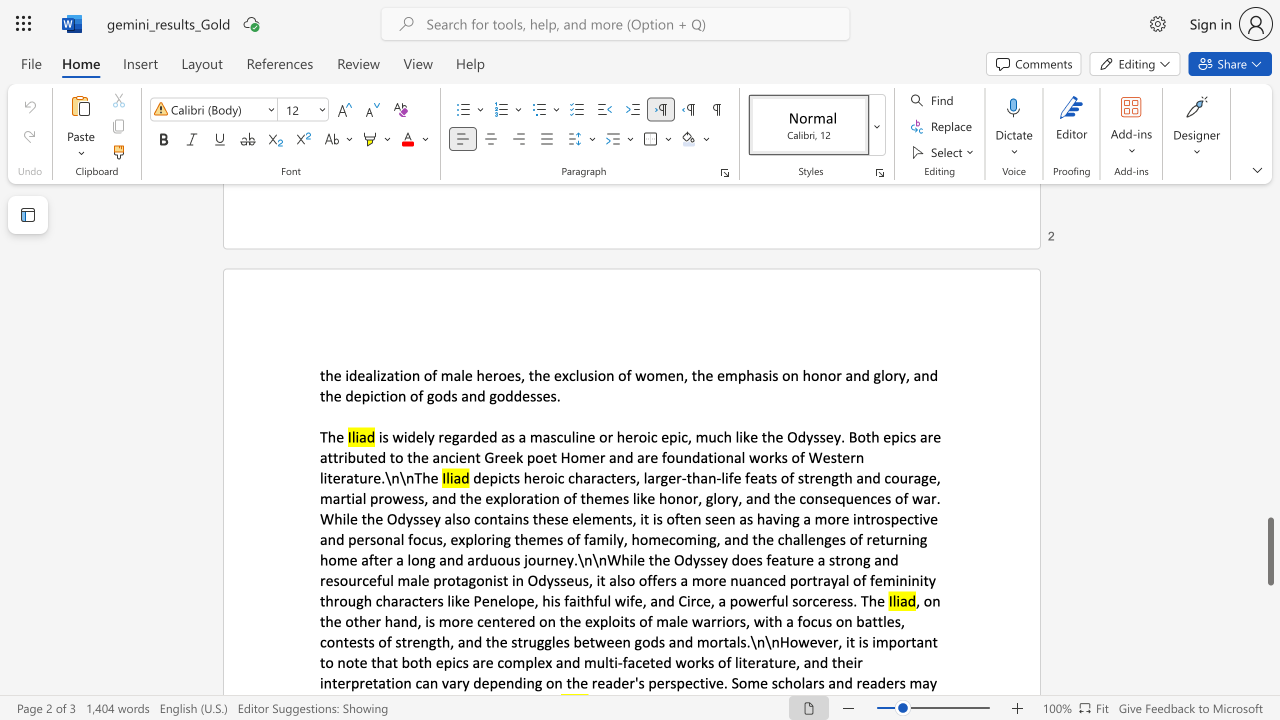 Image resolution: width=1280 pixels, height=720 pixels. I want to click on the scrollbar to move the page upward, so click(1269, 450).